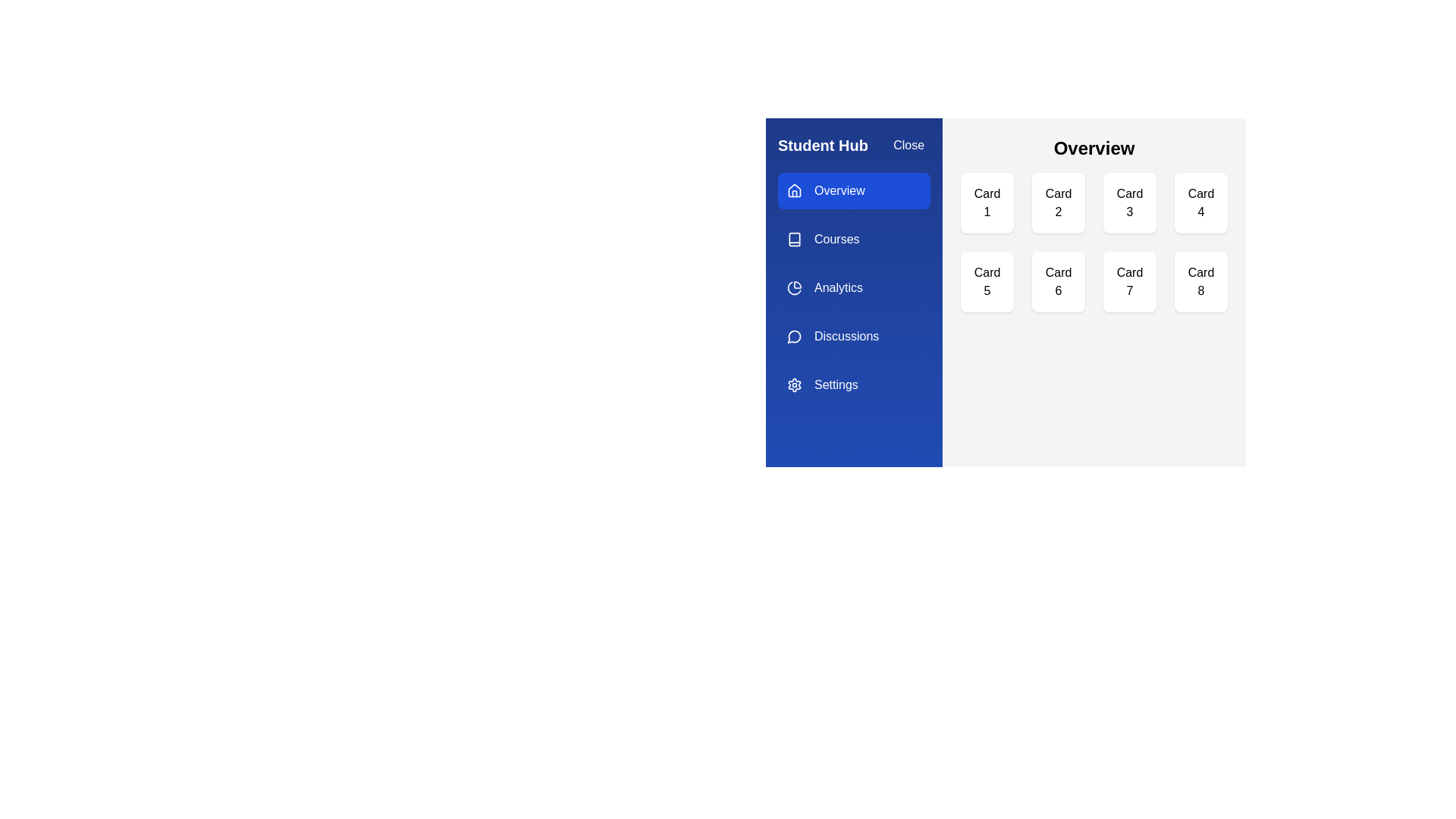 The image size is (1456, 819). Describe the element at coordinates (908, 146) in the screenshot. I see `the 'Close' button to toggle the drawer visibility` at that location.